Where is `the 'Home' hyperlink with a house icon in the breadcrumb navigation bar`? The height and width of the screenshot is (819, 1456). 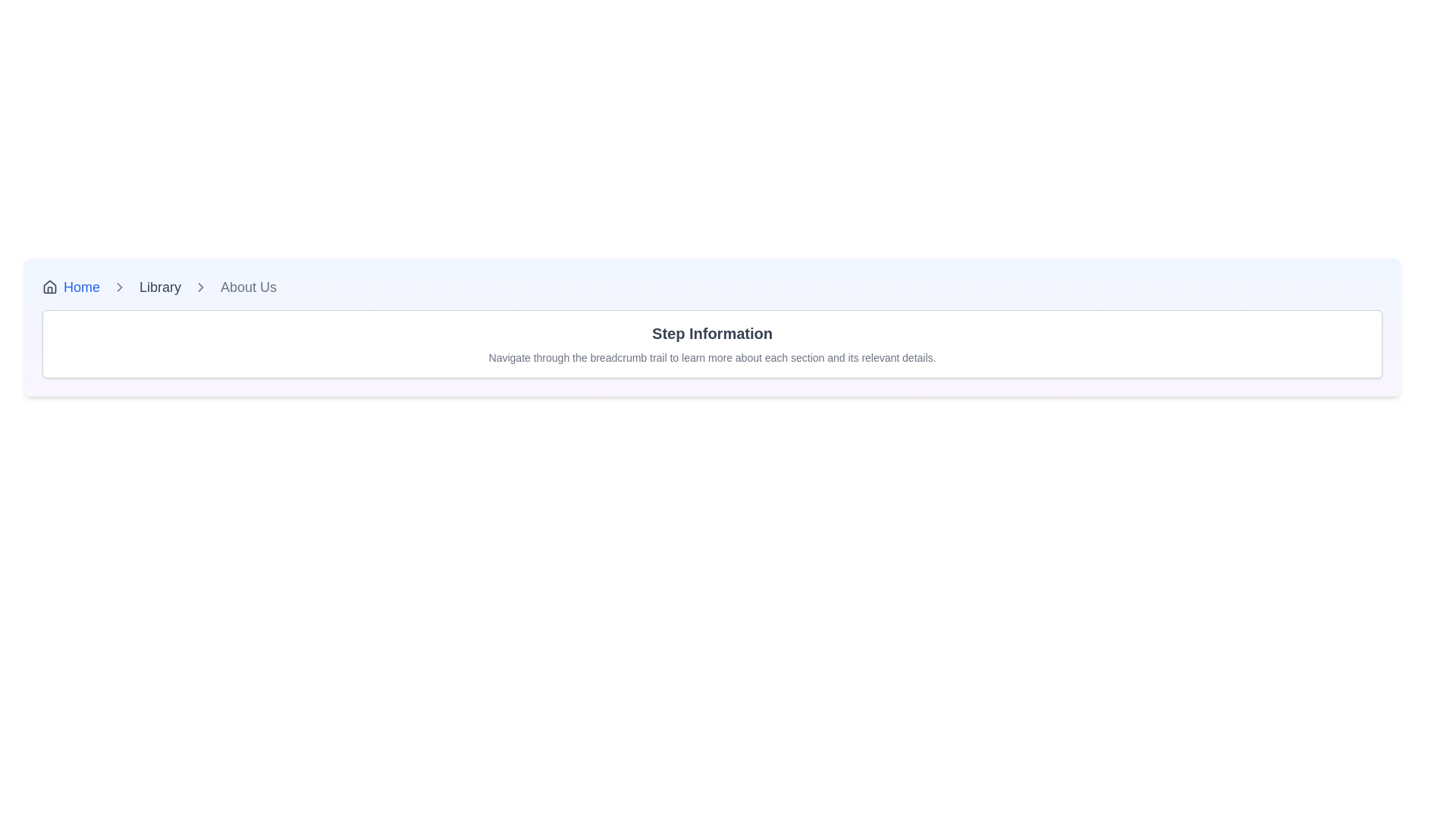
the 'Home' hyperlink with a house icon in the breadcrumb navigation bar is located at coordinates (71, 287).